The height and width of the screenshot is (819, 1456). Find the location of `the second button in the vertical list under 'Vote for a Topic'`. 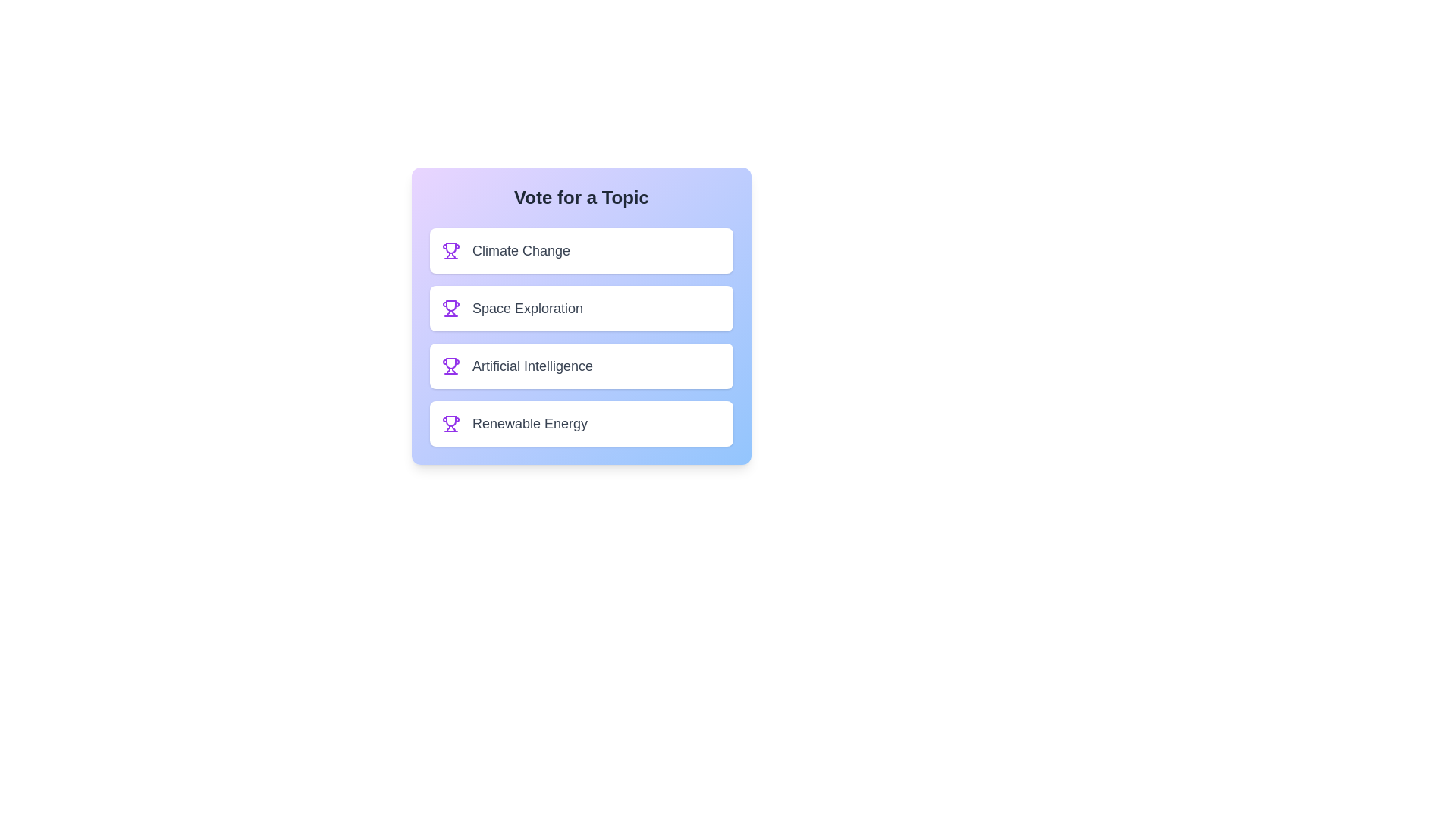

the second button in the vertical list under 'Vote for a Topic' is located at coordinates (581, 315).